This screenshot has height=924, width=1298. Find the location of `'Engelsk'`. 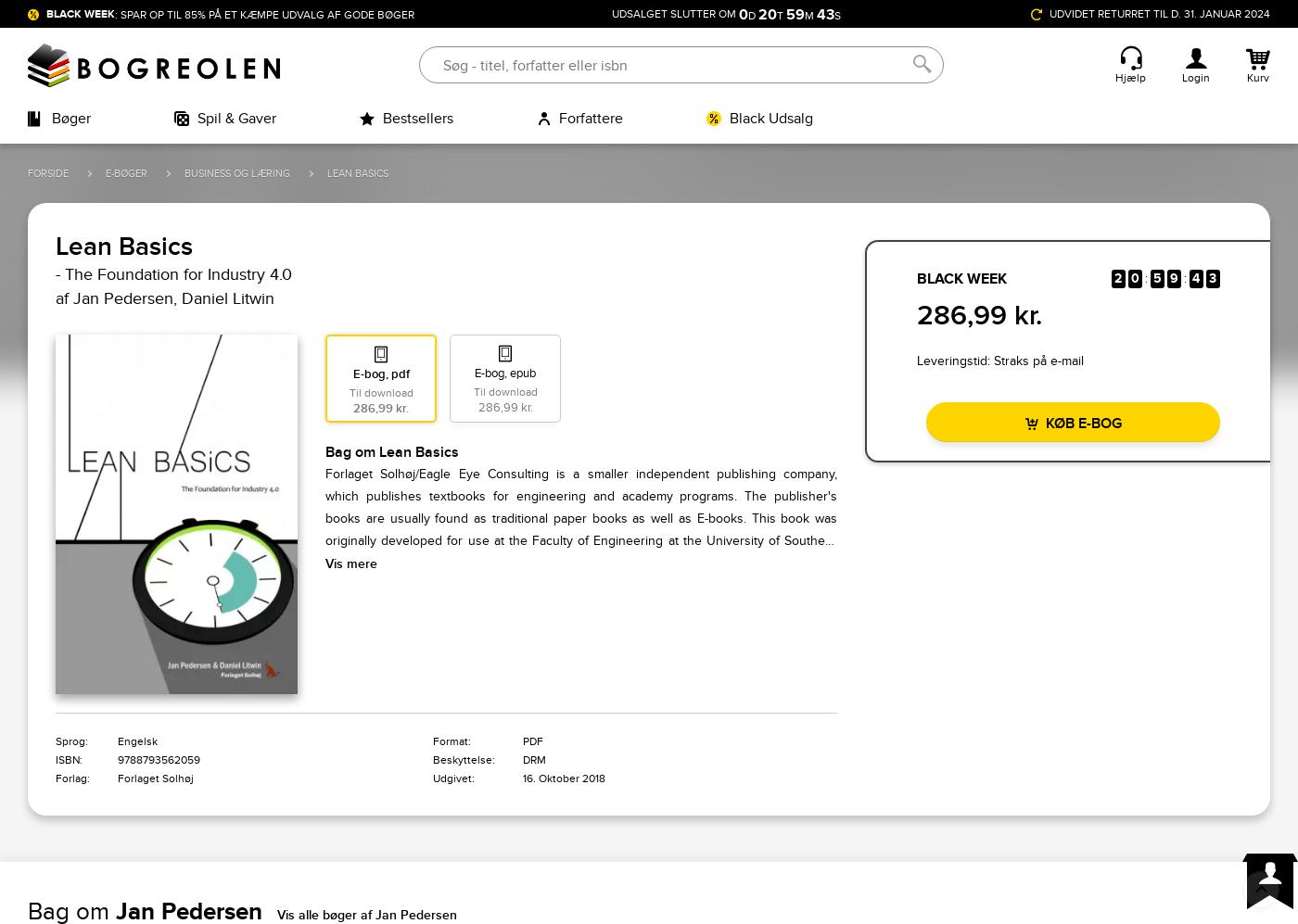

'Engelsk' is located at coordinates (137, 740).